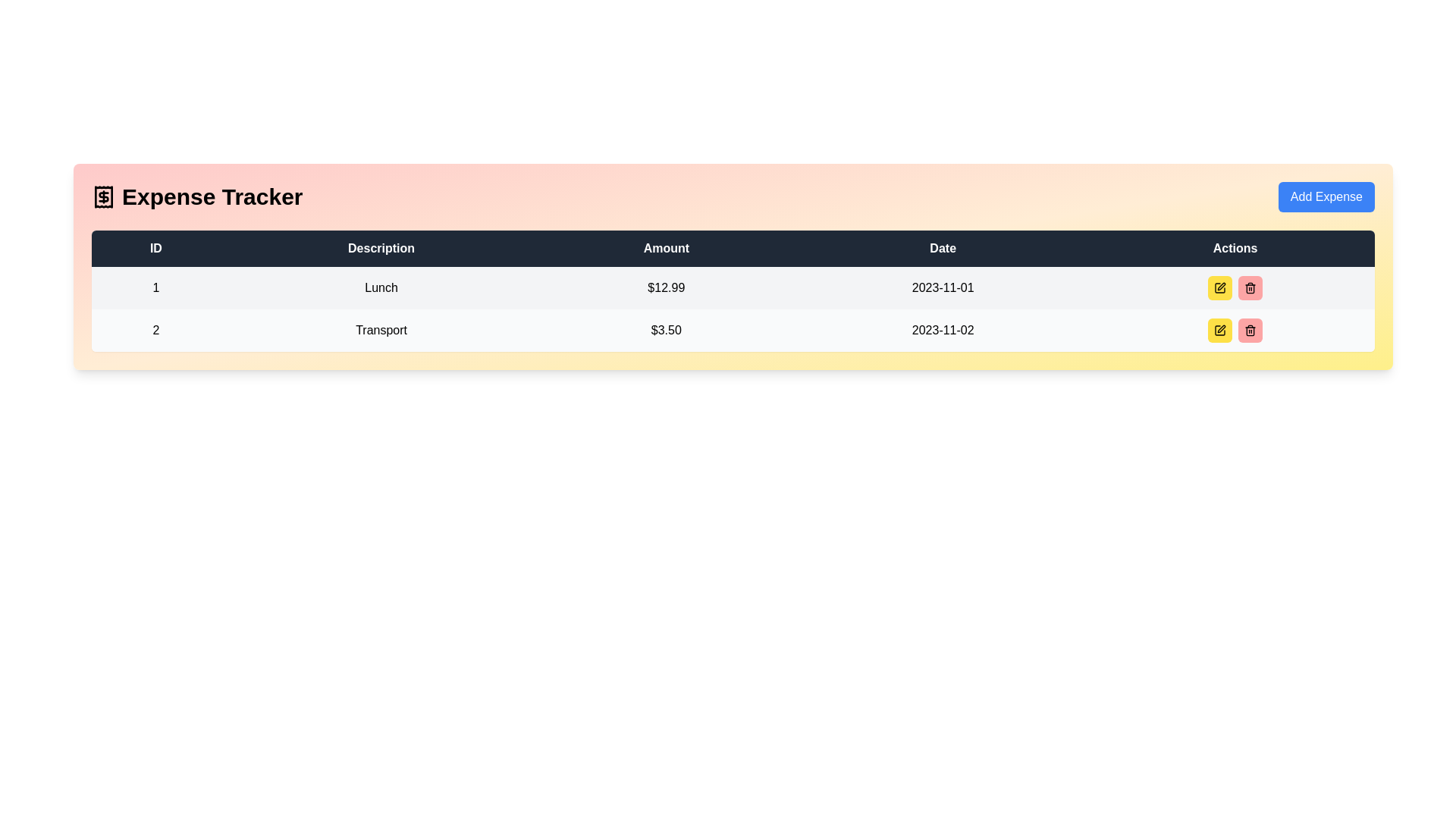 The image size is (1456, 819). I want to click on the linked parts of the first table row displaying information about an expense, which includes ID '1', description 'Lunch', amount '$12.99', and date '2023-11-01', so click(733, 288).